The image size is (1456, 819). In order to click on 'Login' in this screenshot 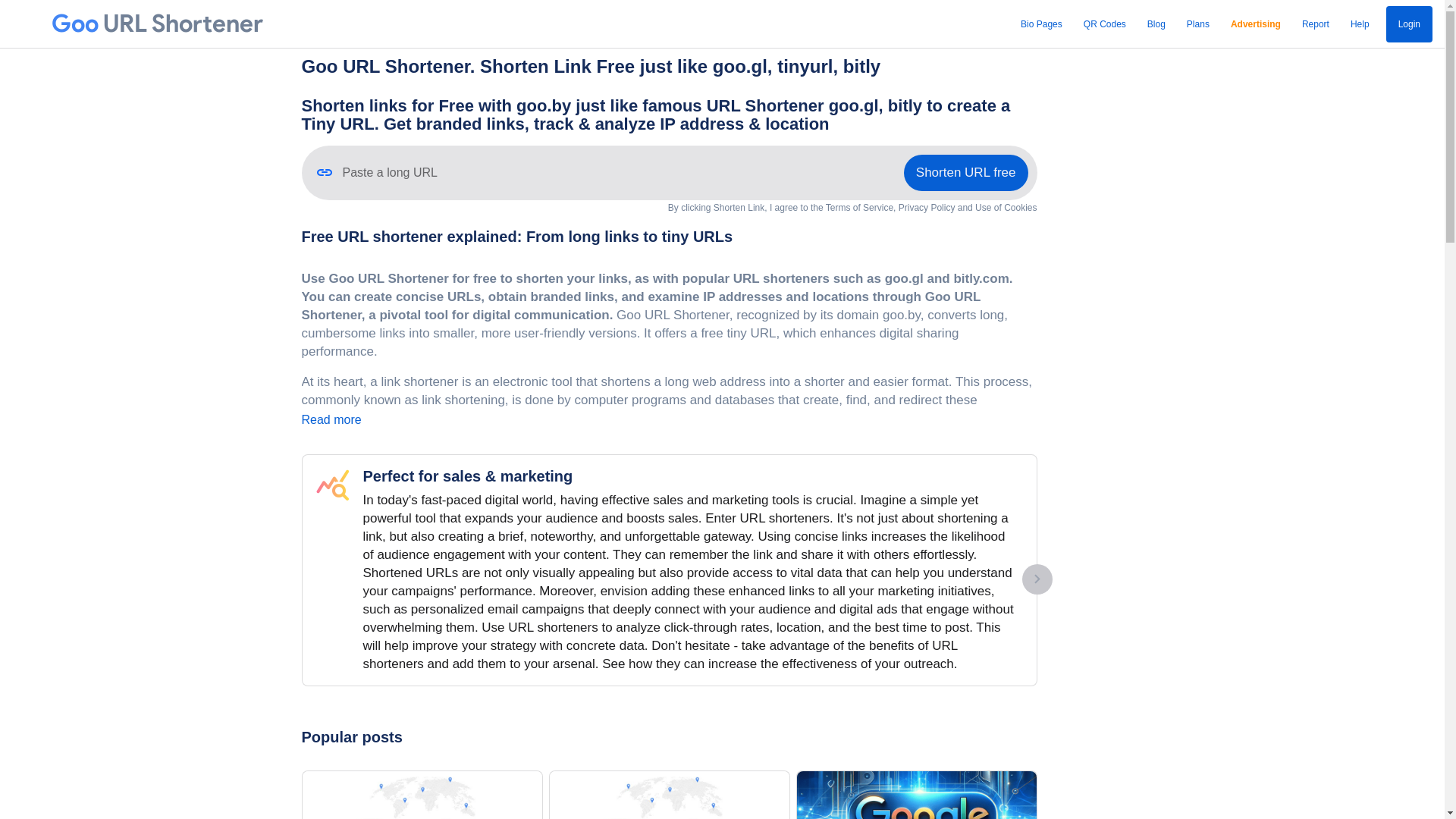, I will do `click(1408, 24)`.